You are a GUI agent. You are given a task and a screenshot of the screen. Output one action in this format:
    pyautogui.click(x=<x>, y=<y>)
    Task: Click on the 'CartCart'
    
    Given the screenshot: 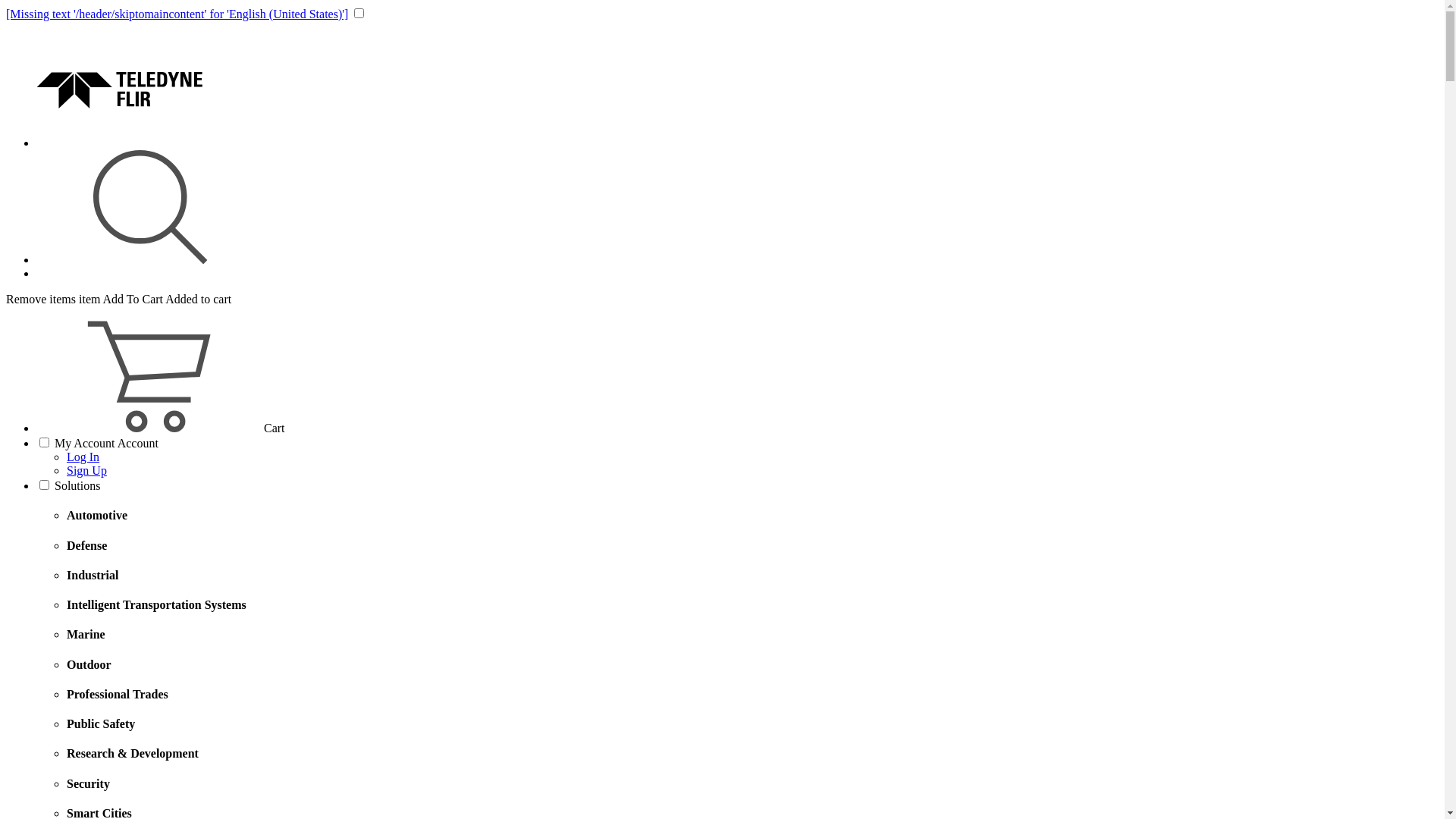 What is the action you would take?
    pyautogui.click(x=160, y=428)
    